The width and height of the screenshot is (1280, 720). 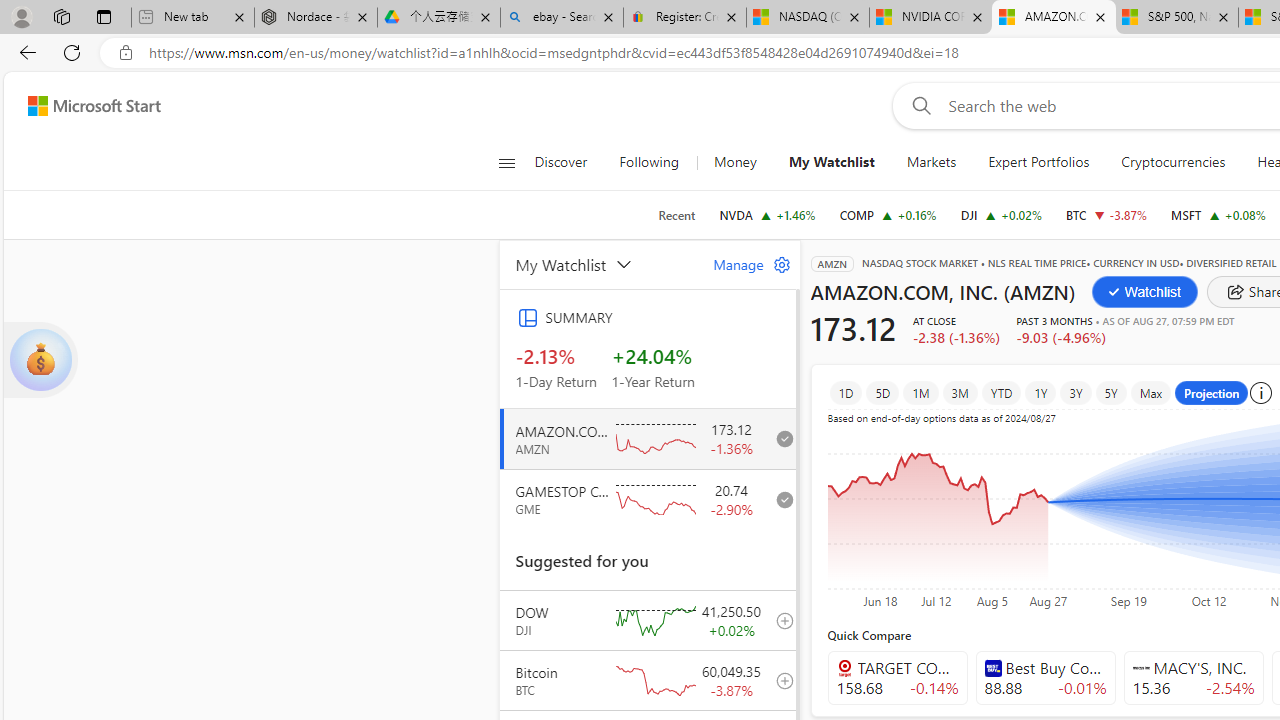 I want to click on '3M', so click(x=960, y=392).